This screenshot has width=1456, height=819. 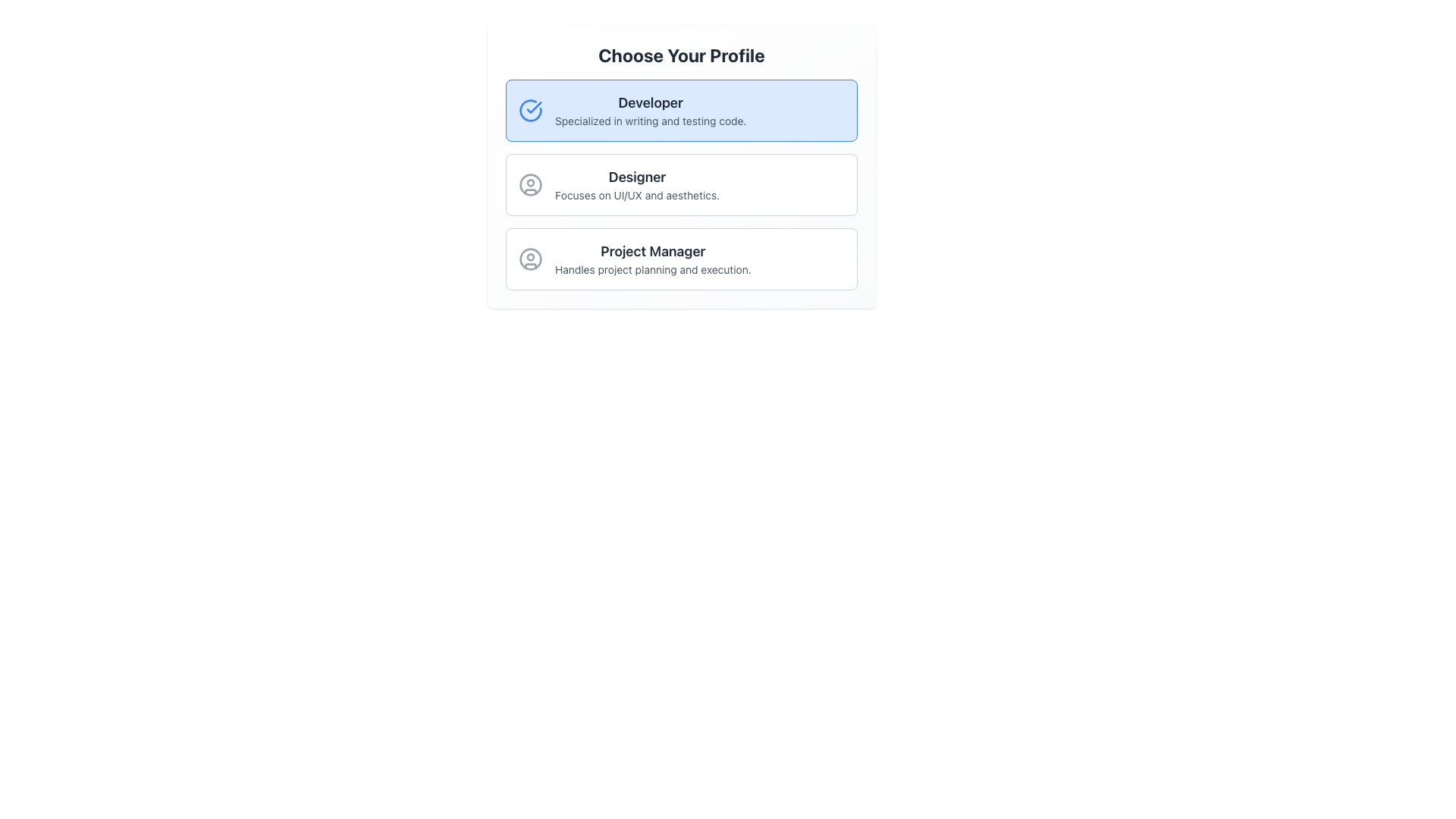 I want to click on text 'Developer' from the text label that identifies the selected profile choice in the user profile selection interface, so click(x=651, y=102).